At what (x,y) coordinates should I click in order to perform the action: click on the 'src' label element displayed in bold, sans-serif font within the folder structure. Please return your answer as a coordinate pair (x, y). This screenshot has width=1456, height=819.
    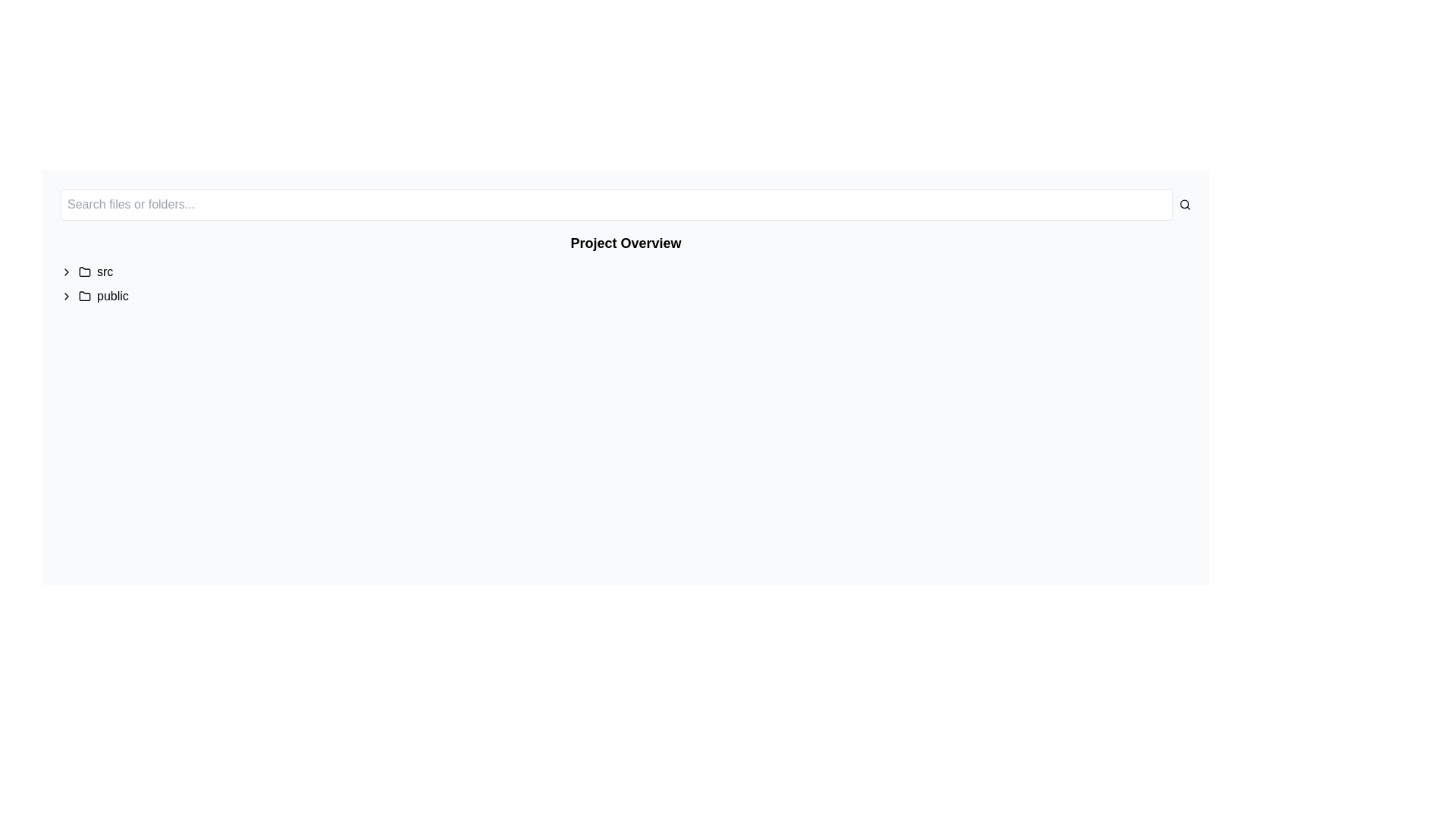
    Looking at the image, I should click on (104, 271).